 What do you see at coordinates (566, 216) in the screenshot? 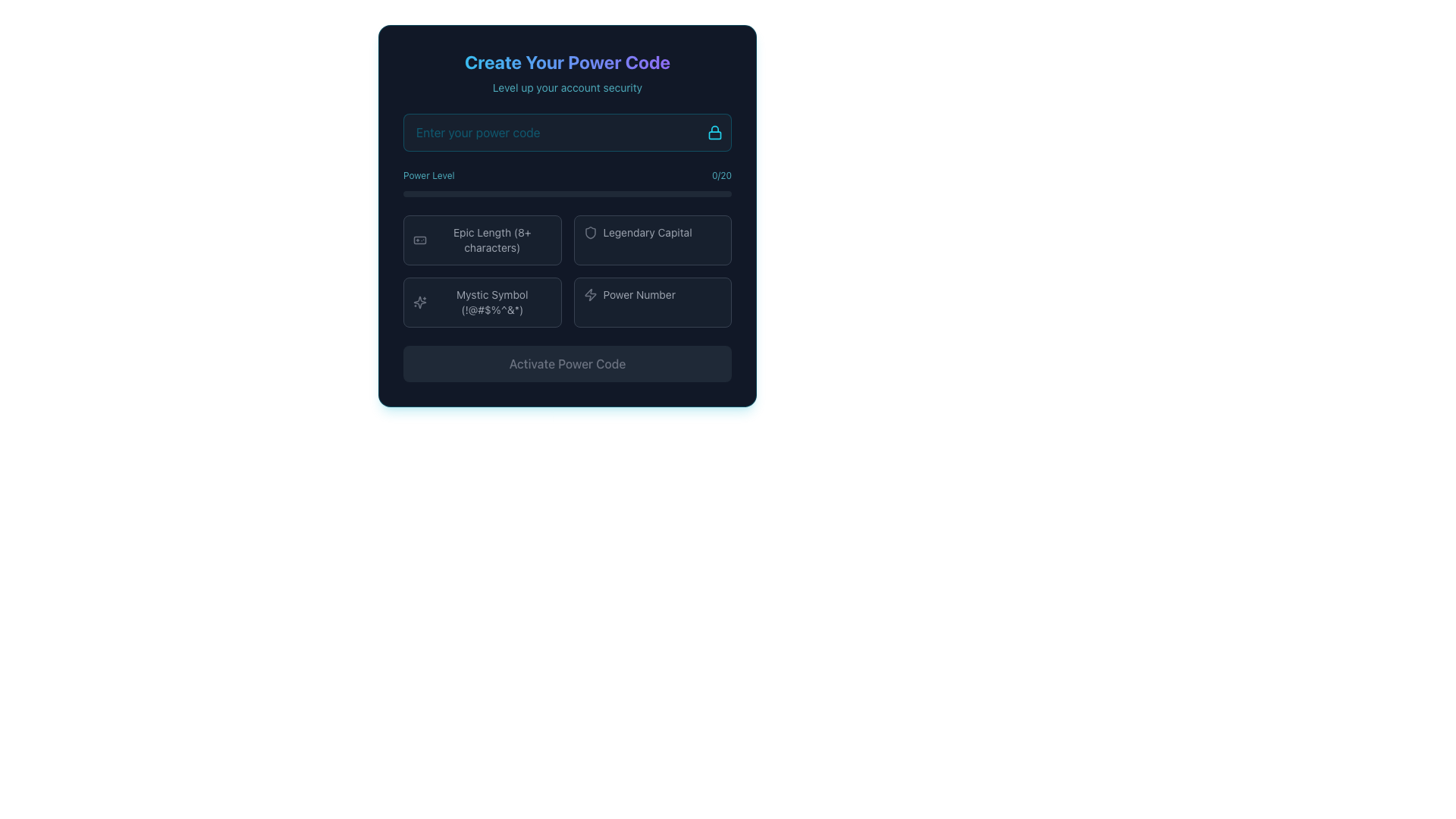
I see `the Informational Display Component located in the first cell of a grid layout, positioned leftmost in the top row, providing feedback on password or security code requirements` at bounding box center [566, 216].